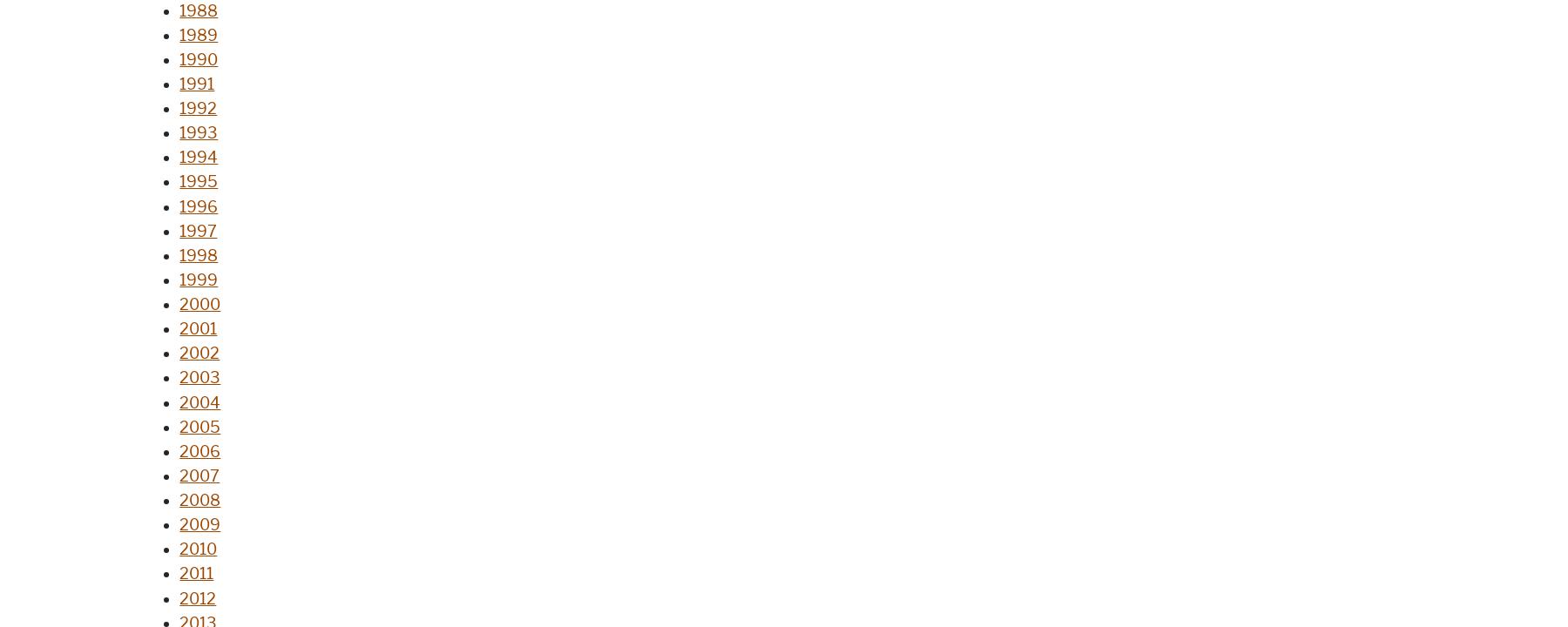 The height and width of the screenshot is (627, 1568). What do you see at coordinates (196, 83) in the screenshot?
I see `'1991'` at bounding box center [196, 83].